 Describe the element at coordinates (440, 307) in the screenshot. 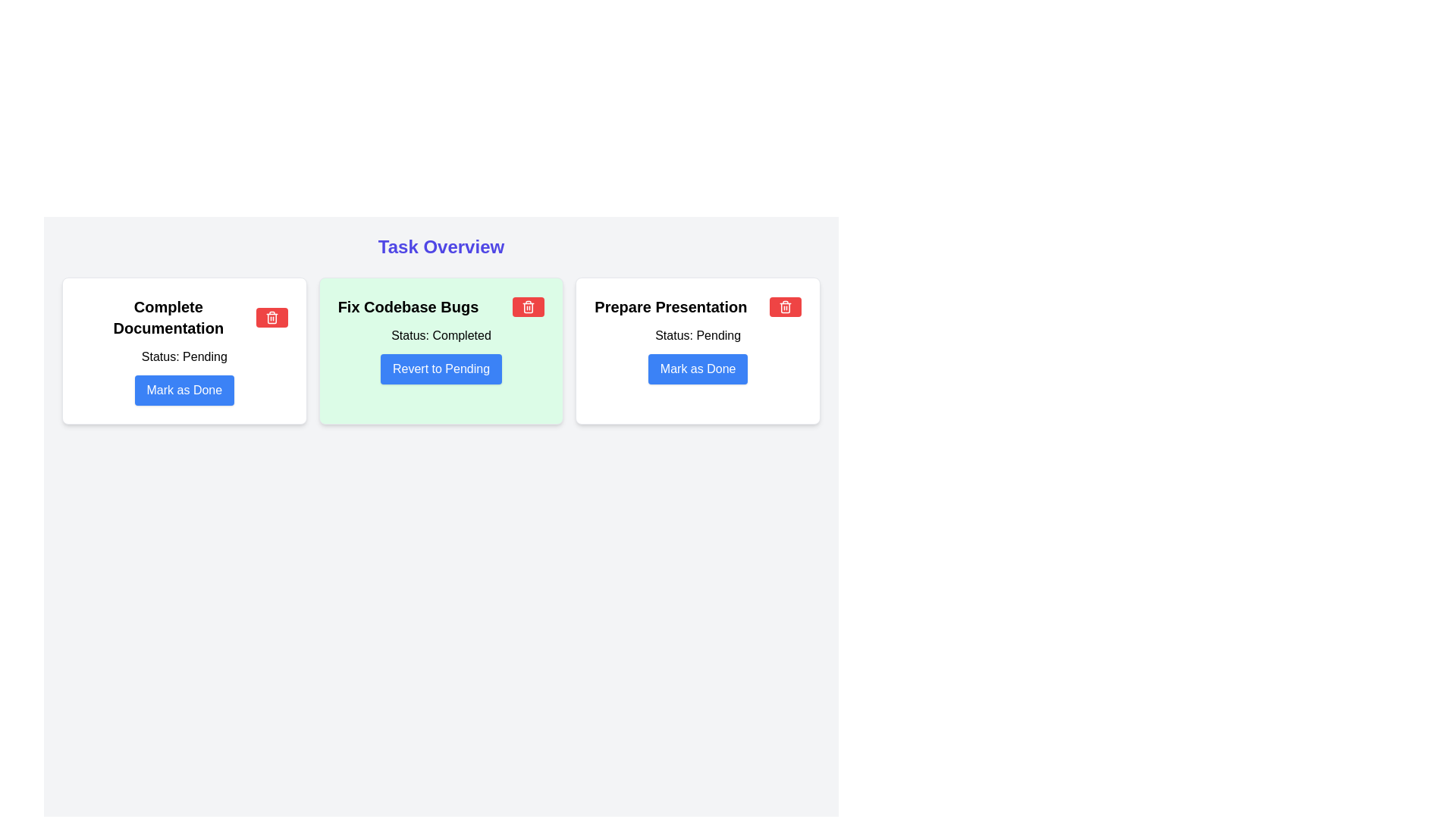

I see `the static text element displaying 'Fix Codebase Bugs' located at the top-center of the card with a light green background` at that location.